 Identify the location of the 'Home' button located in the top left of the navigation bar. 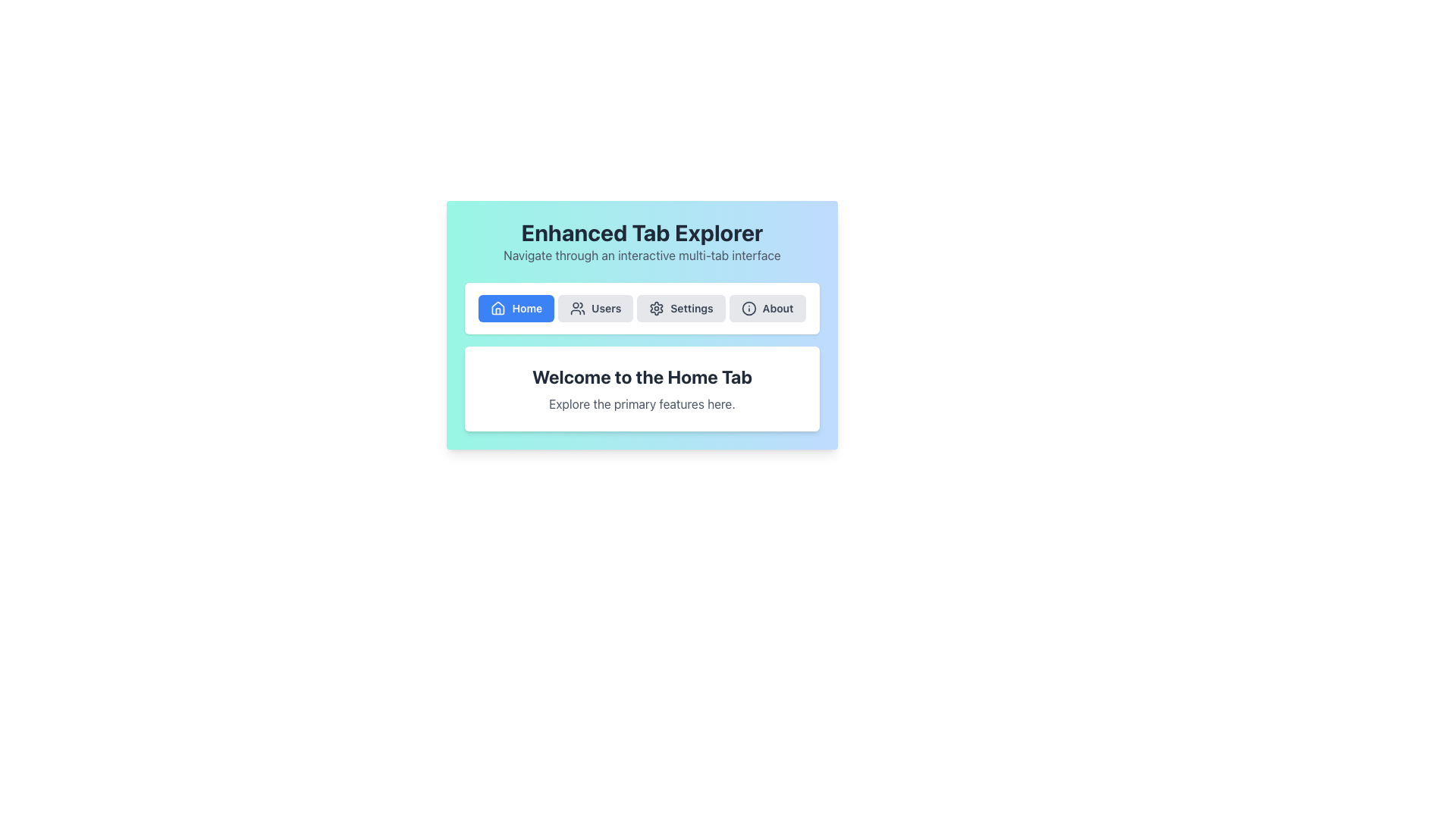
(516, 308).